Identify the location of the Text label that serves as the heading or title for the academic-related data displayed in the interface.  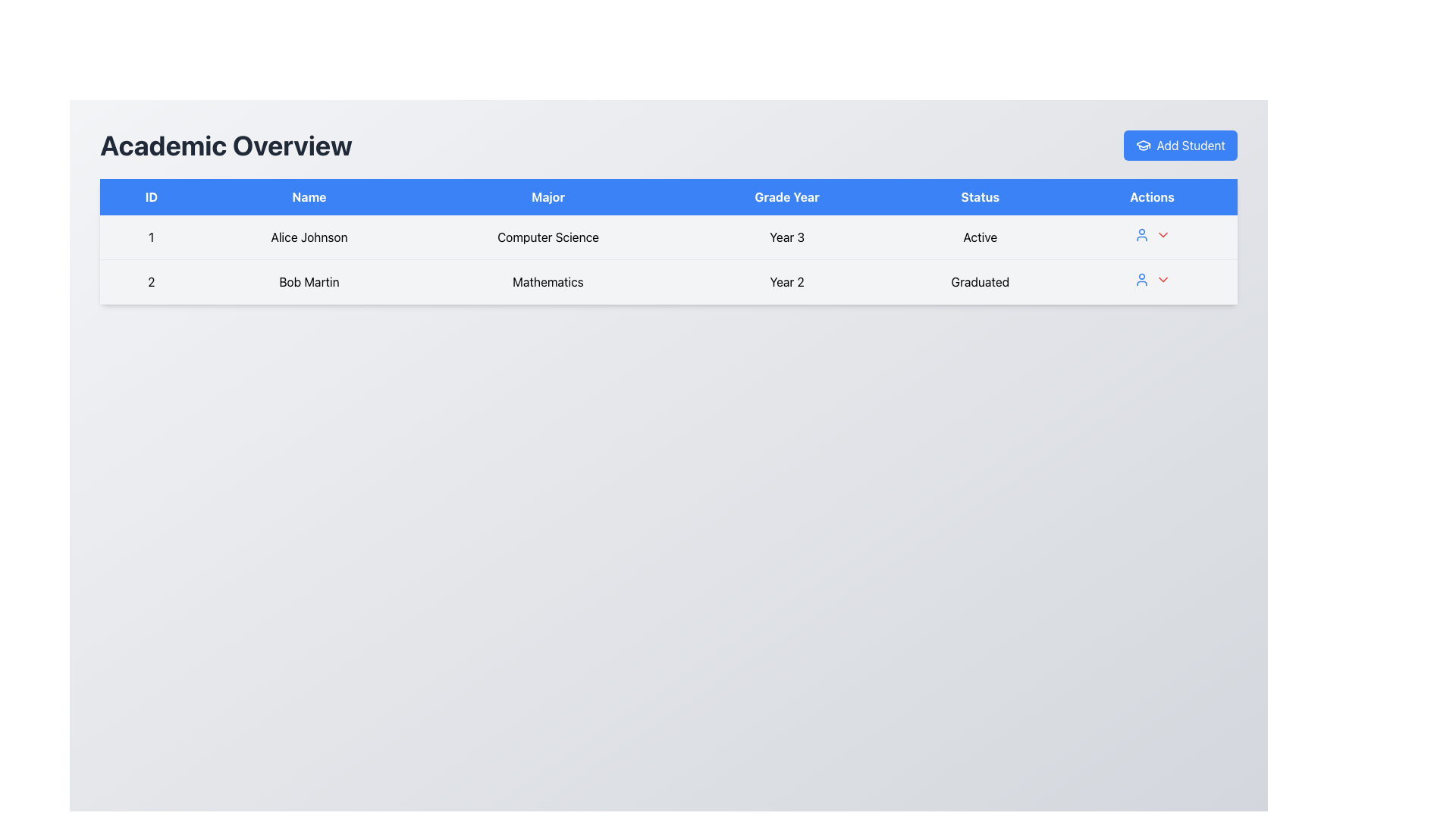
(225, 146).